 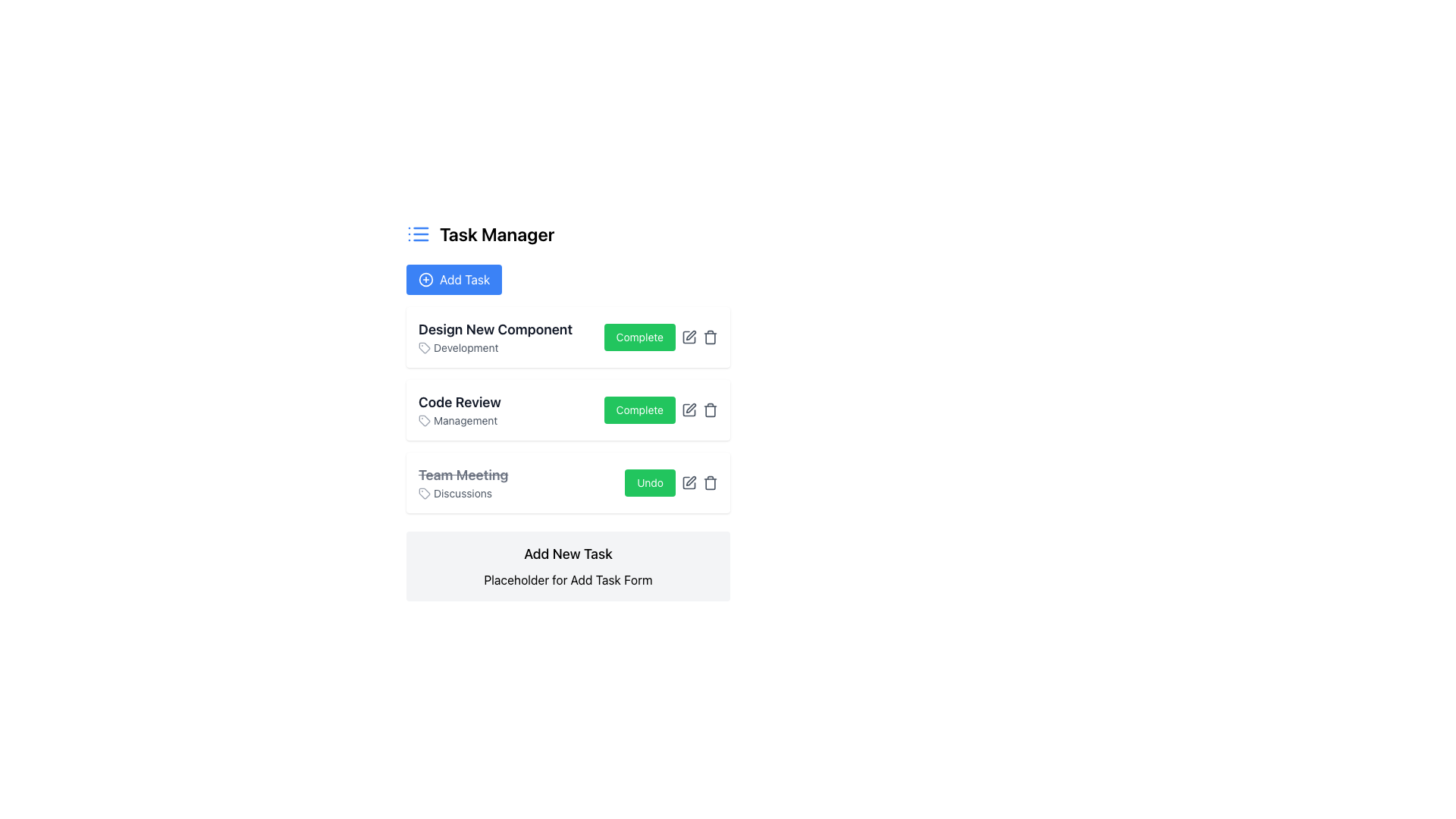 What do you see at coordinates (688, 409) in the screenshot?
I see `the pen icon button with a gray square background, located as the second interactive element from the right in the 'Code Review' task section to change its color to blue` at bounding box center [688, 409].